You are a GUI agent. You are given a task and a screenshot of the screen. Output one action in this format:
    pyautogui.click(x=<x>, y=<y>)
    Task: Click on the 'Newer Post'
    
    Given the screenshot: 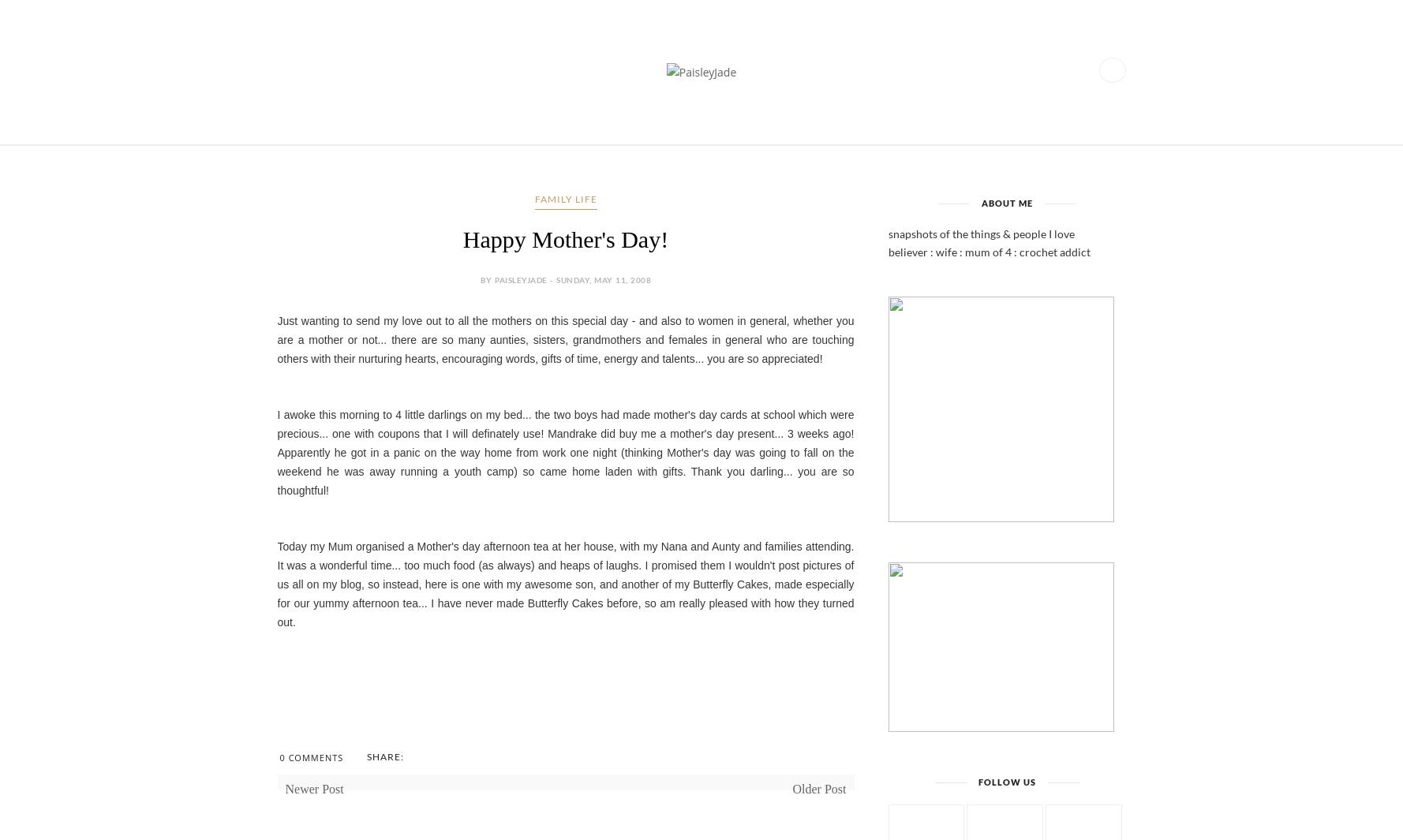 What is the action you would take?
    pyautogui.click(x=313, y=789)
    